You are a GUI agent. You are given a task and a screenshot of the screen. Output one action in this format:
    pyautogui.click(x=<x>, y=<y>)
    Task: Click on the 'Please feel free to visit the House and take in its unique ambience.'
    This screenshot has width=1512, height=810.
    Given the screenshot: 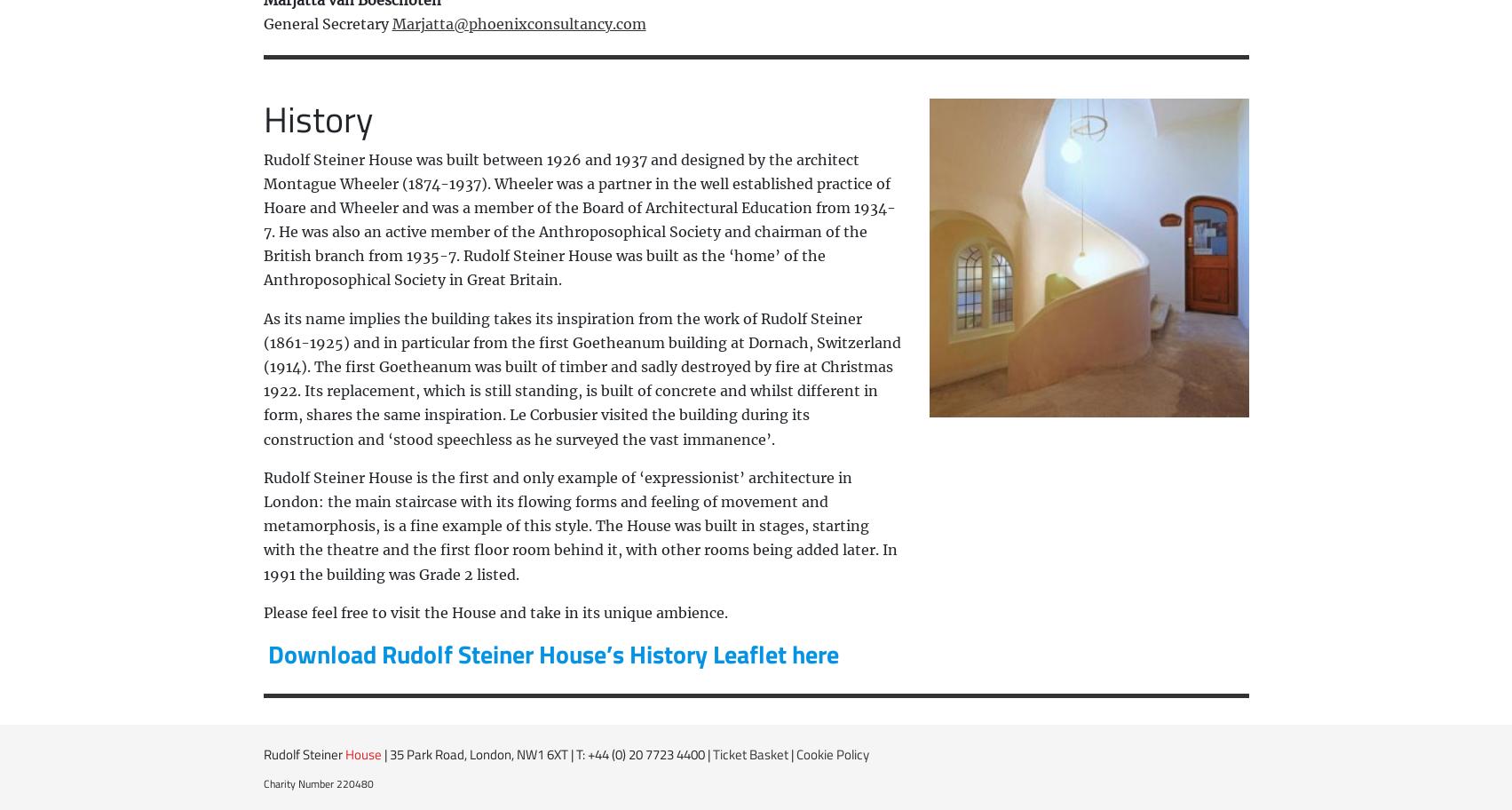 What is the action you would take?
    pyautogui.click(x=261, y=612)
    